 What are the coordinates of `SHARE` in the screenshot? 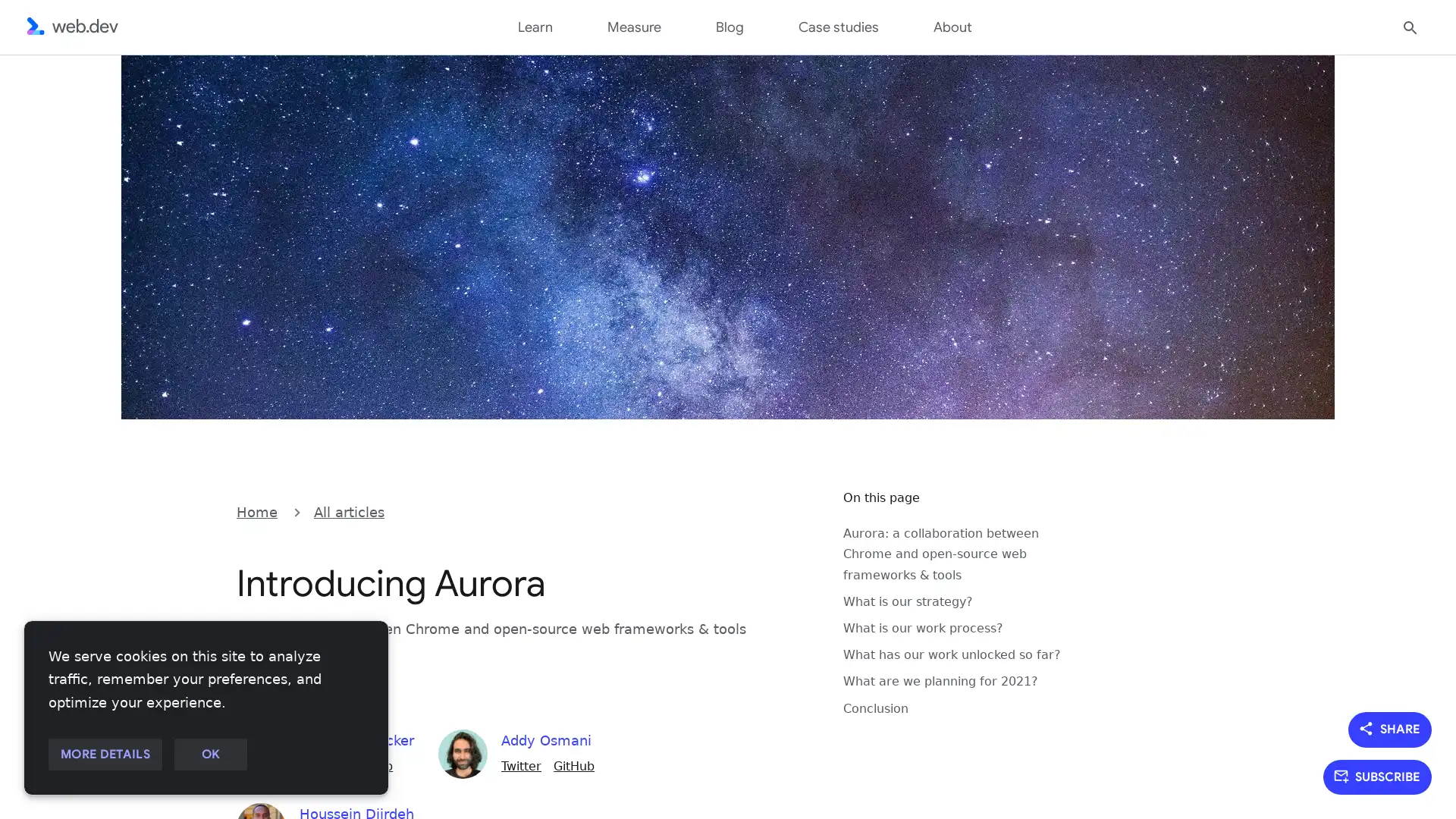 It's located at (1390, 728).